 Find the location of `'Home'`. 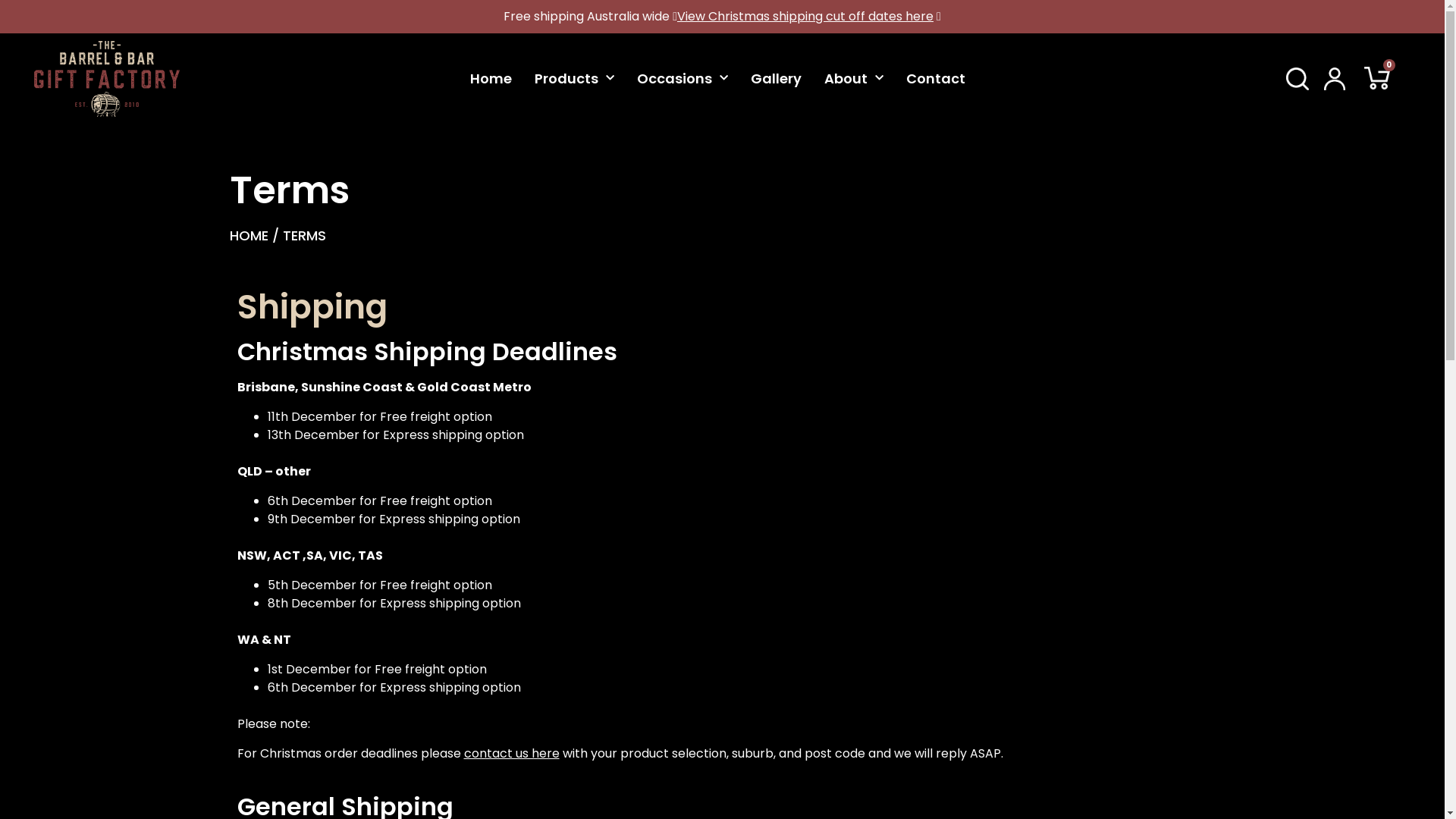

'Home' is located at coordinates (491, 79).